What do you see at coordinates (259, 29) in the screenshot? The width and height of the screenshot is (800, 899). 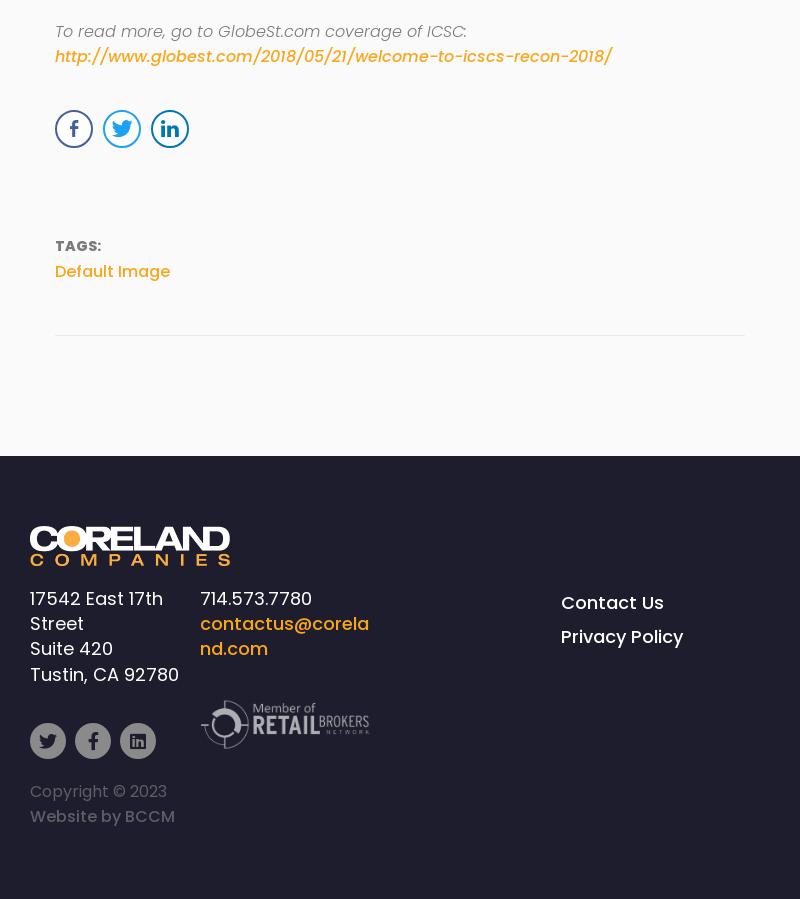 I see `'To read more, go to GlobeSt.com coverage of ICSC:'` at bounding box center [259, 29].